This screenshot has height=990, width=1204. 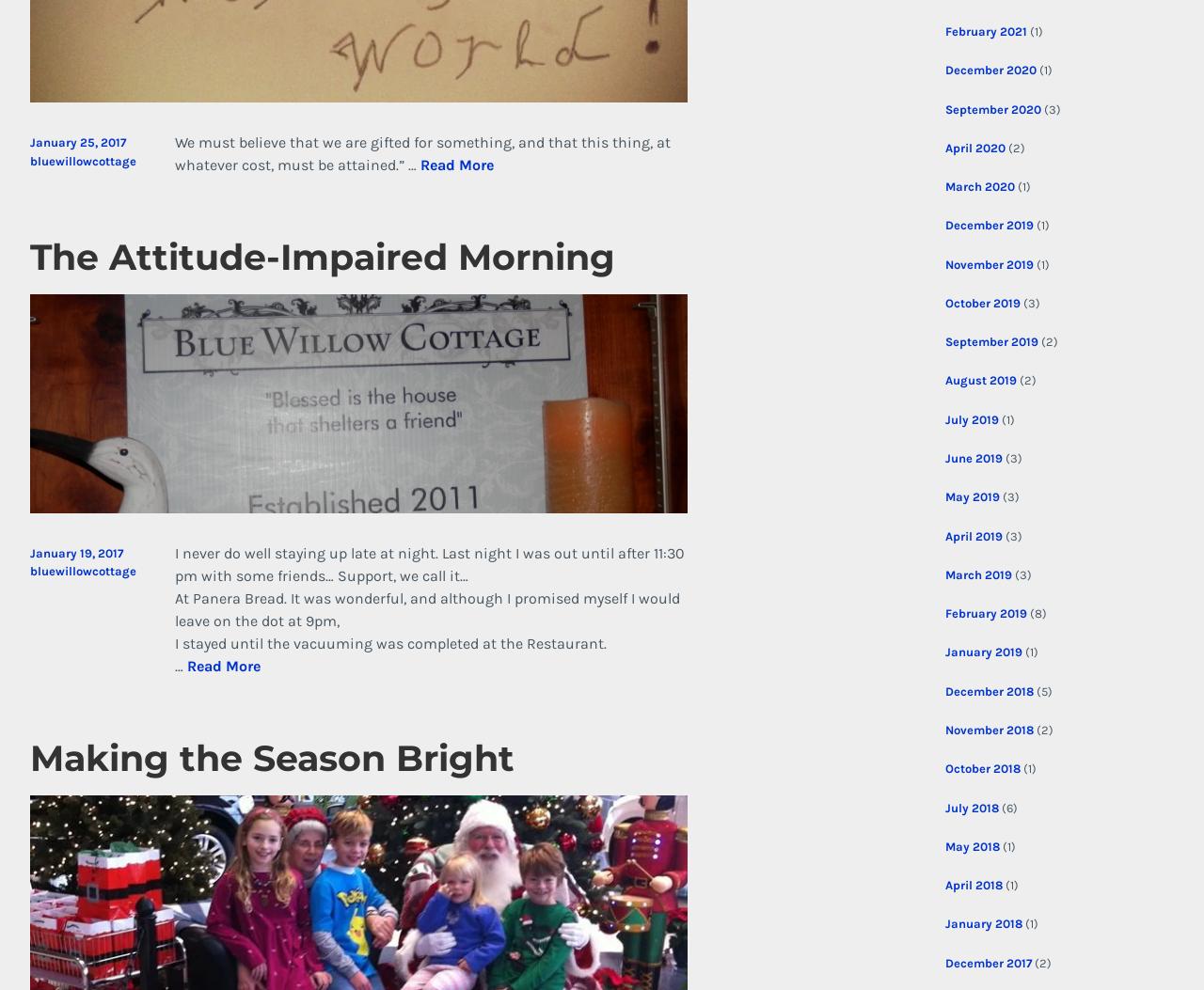 What do you see at coordinates (980, 302) in the screenshot?
I see `'October 2019'` at bounding box center [980, 302].